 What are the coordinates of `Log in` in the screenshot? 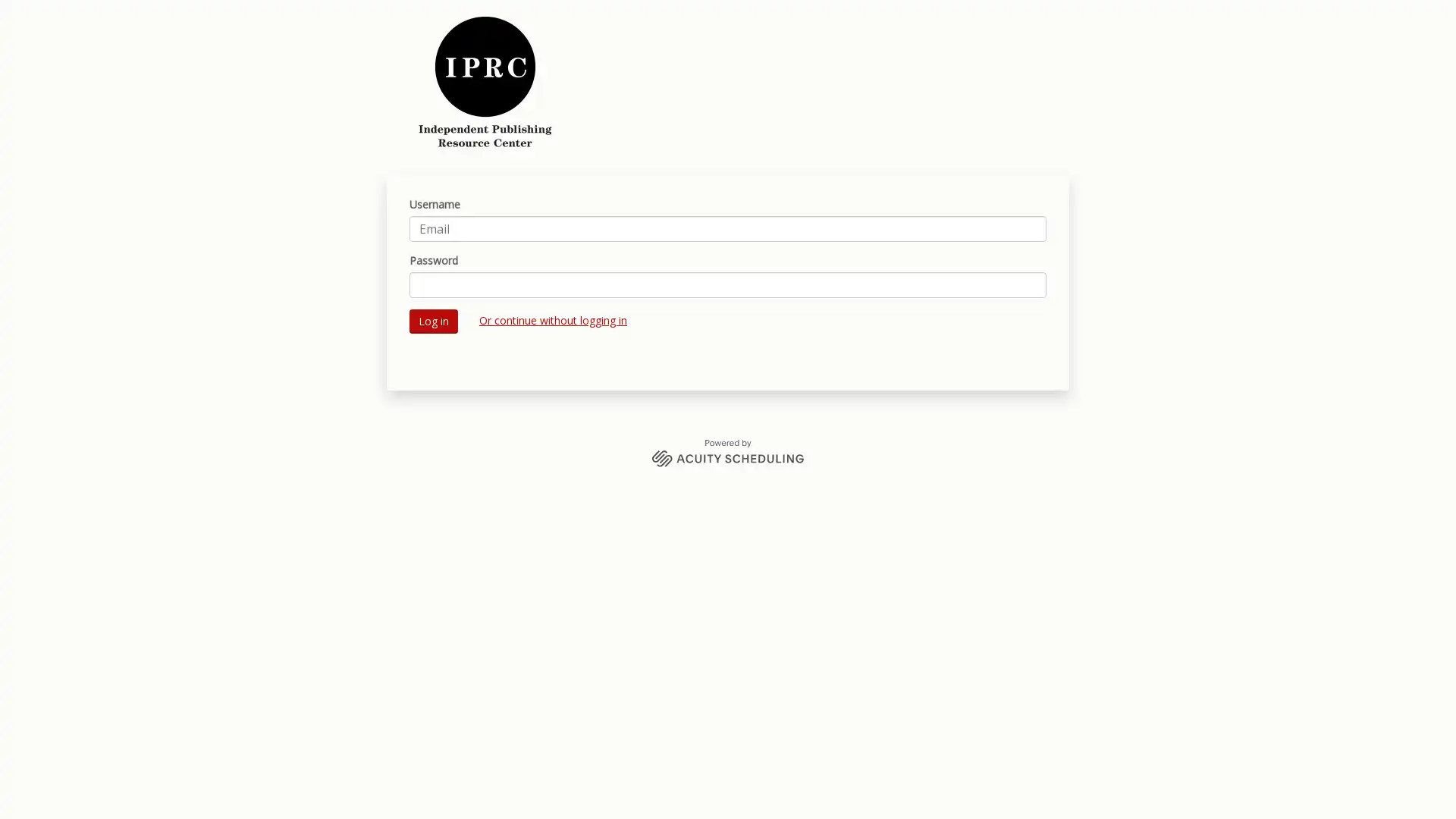 It's located at (432, 321).